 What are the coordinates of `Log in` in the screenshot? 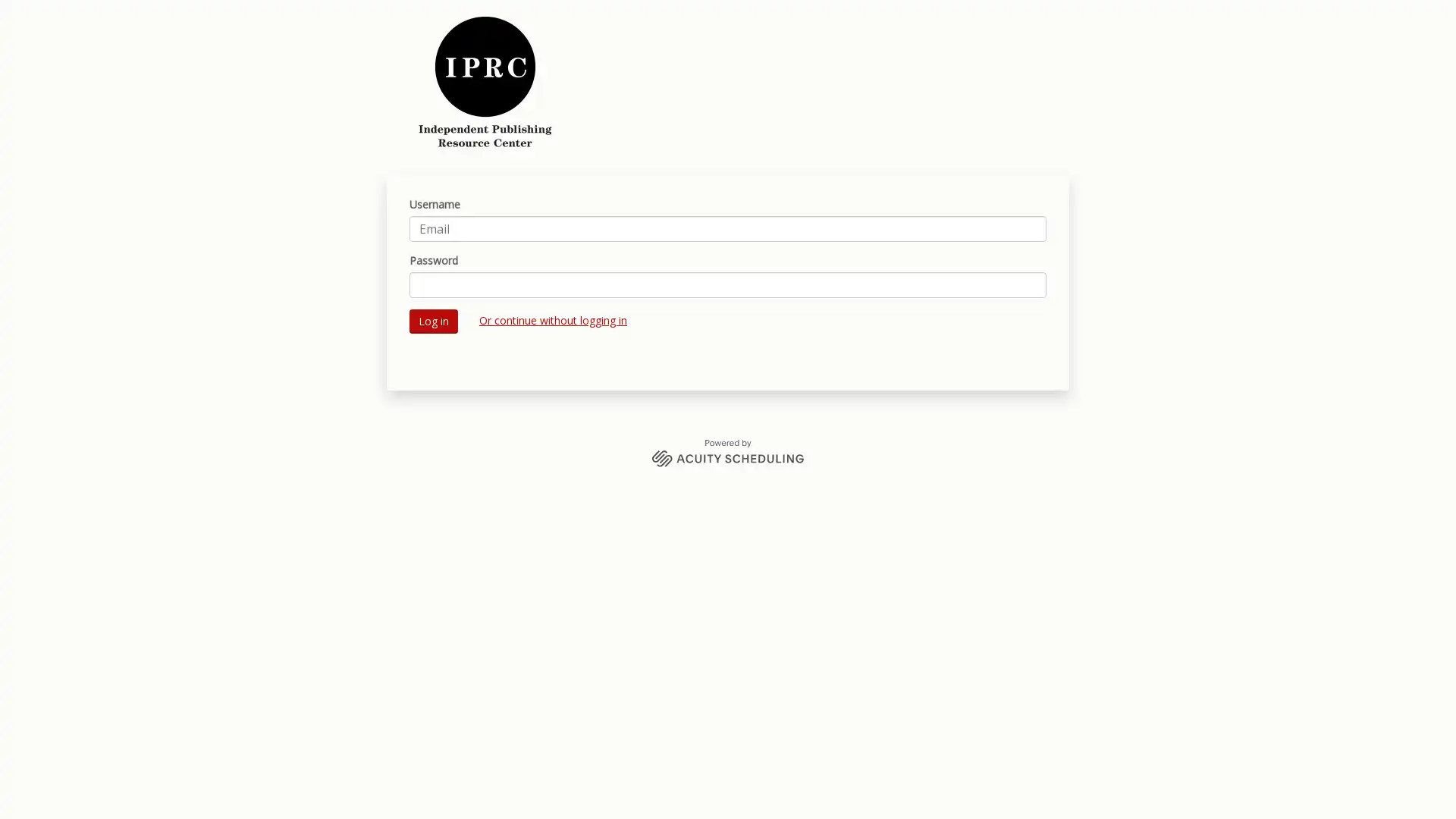 It's located at (432, 321).